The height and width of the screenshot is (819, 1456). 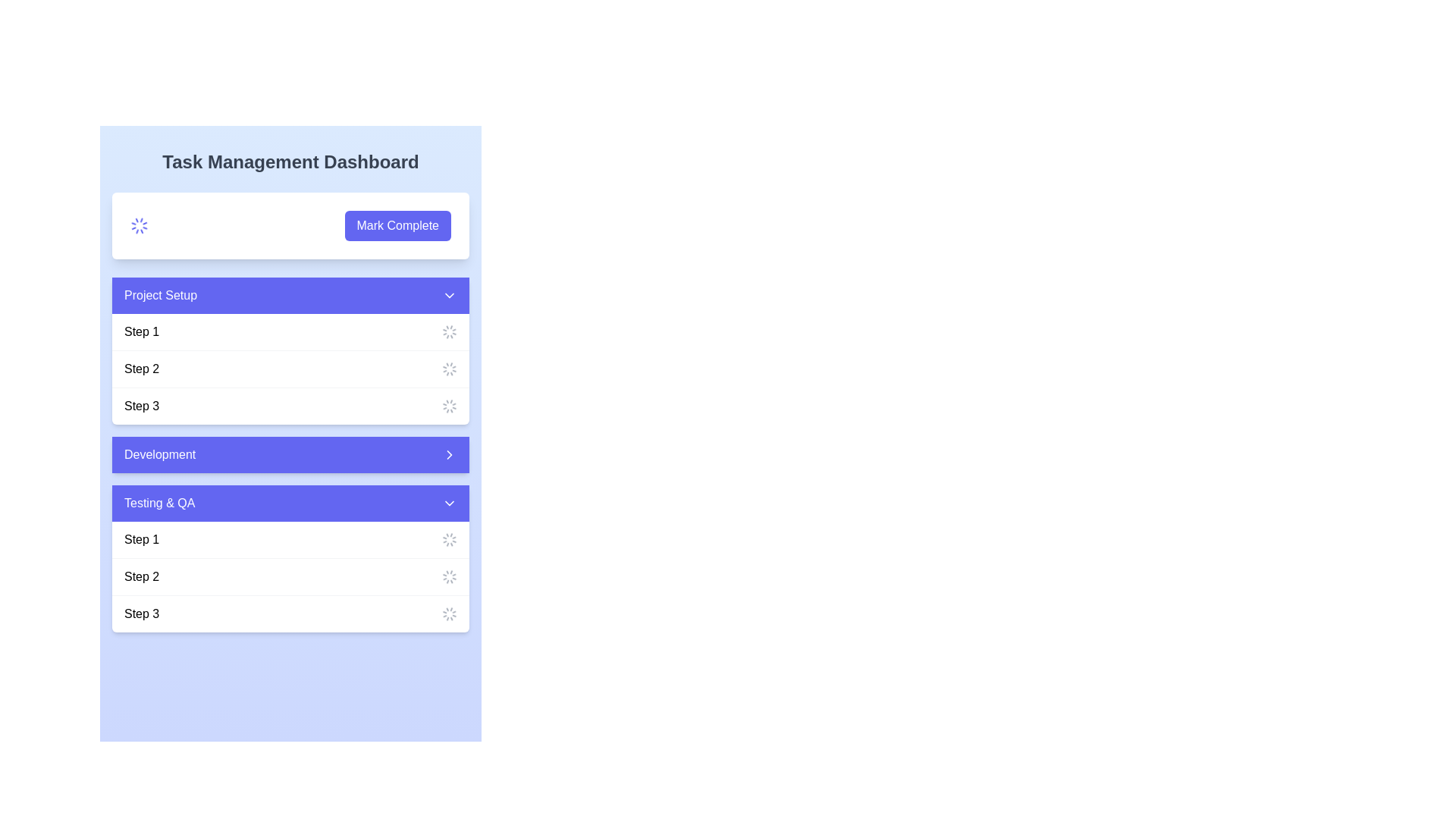 What do you see at coordinates (159, 503) in the screenshot?
I see `the Static text label containing 'Testing & QA', which is styled in bold white text on a blue background and is positioned below the 'Development' section header` at bounding box center [159, 503].